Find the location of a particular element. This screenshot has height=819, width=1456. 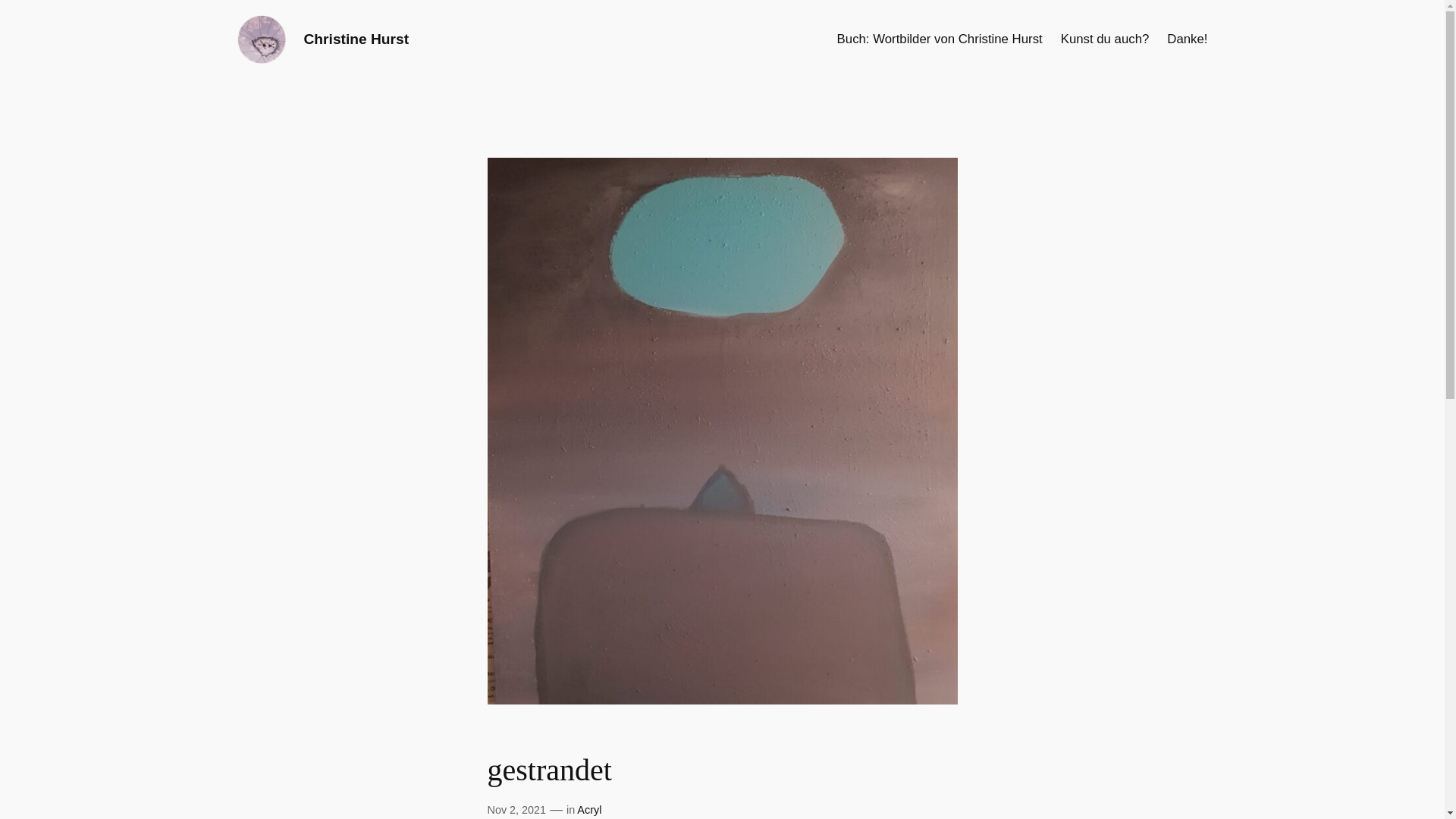

'Kunst du auch?' is located at coordinates (1059, 38).